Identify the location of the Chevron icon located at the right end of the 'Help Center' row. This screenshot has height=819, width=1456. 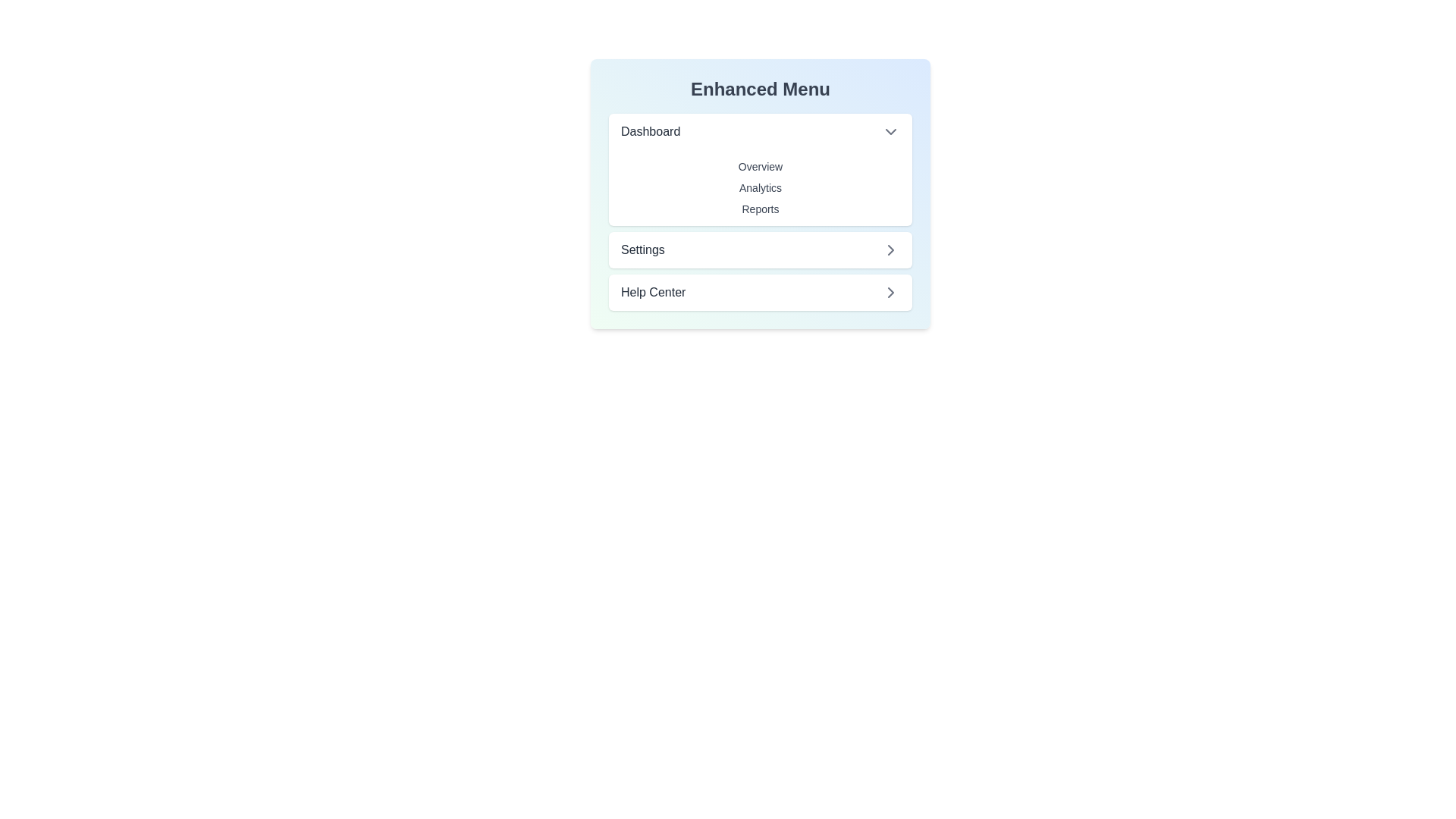
(891, 292).